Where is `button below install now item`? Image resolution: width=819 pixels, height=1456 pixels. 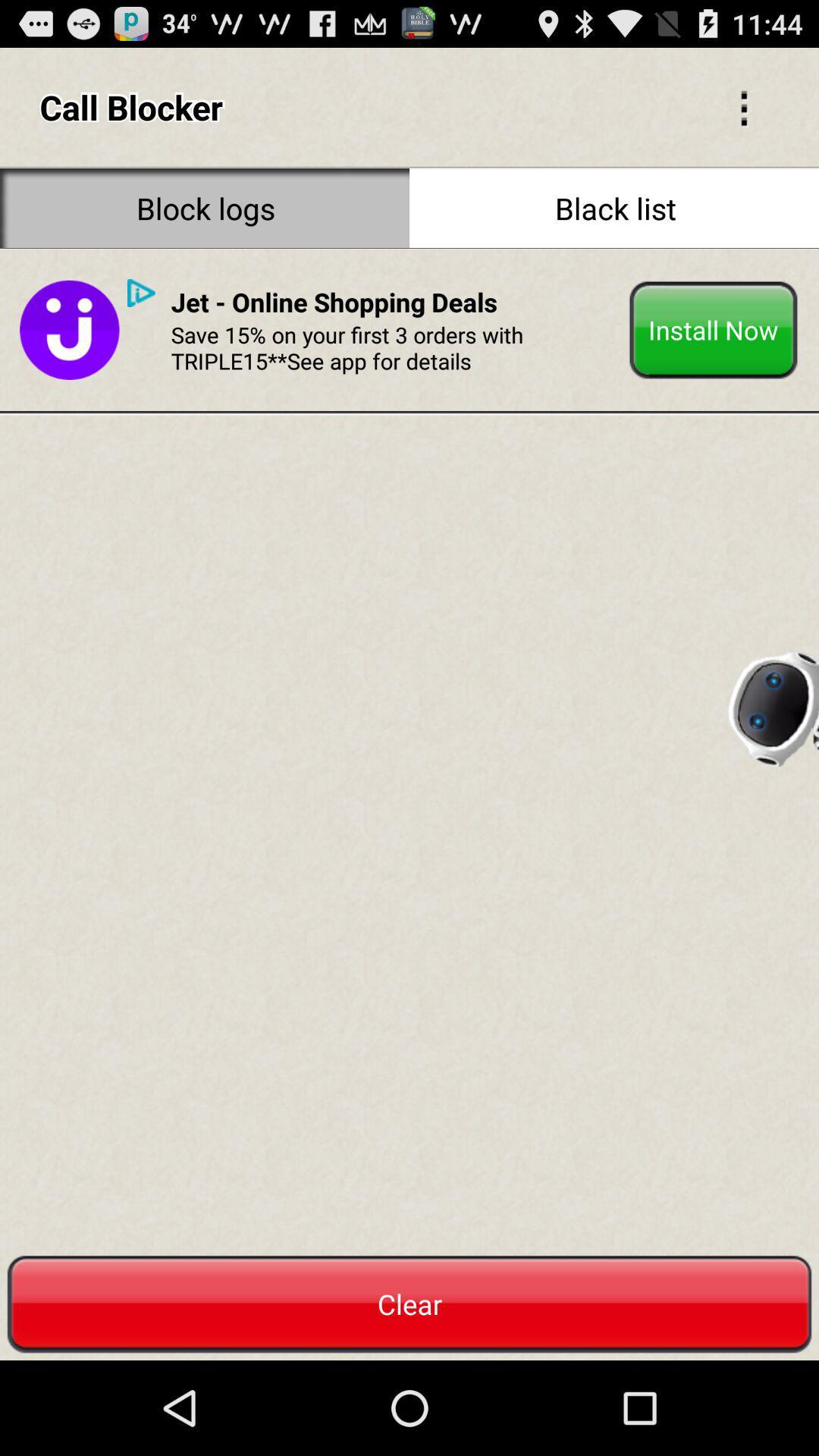 button below install now item is located at coordinates (772, 703).